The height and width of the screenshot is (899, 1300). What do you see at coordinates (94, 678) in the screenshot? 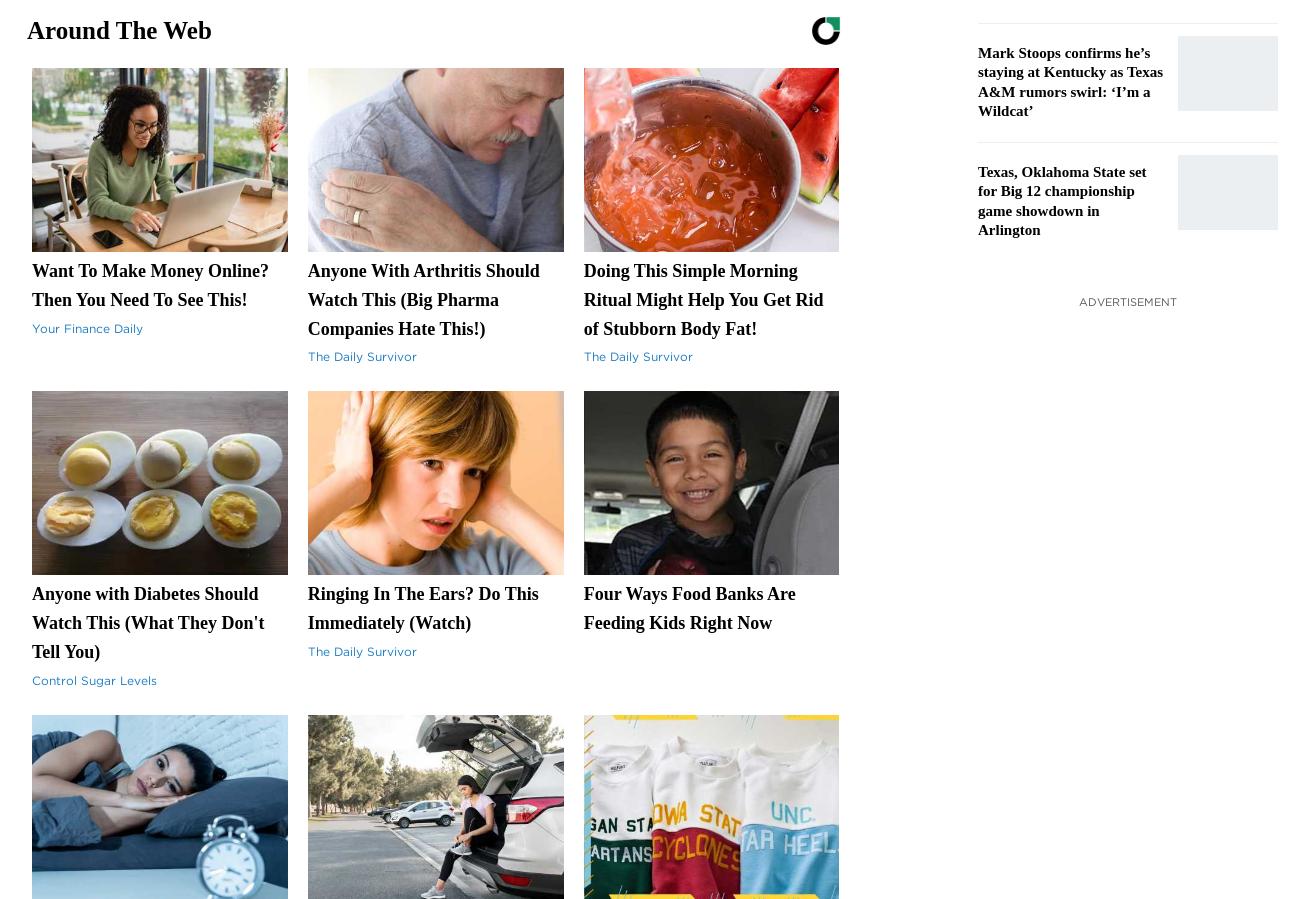
I see `'Control Sugar Levels'` at bounding box center [94, 678].